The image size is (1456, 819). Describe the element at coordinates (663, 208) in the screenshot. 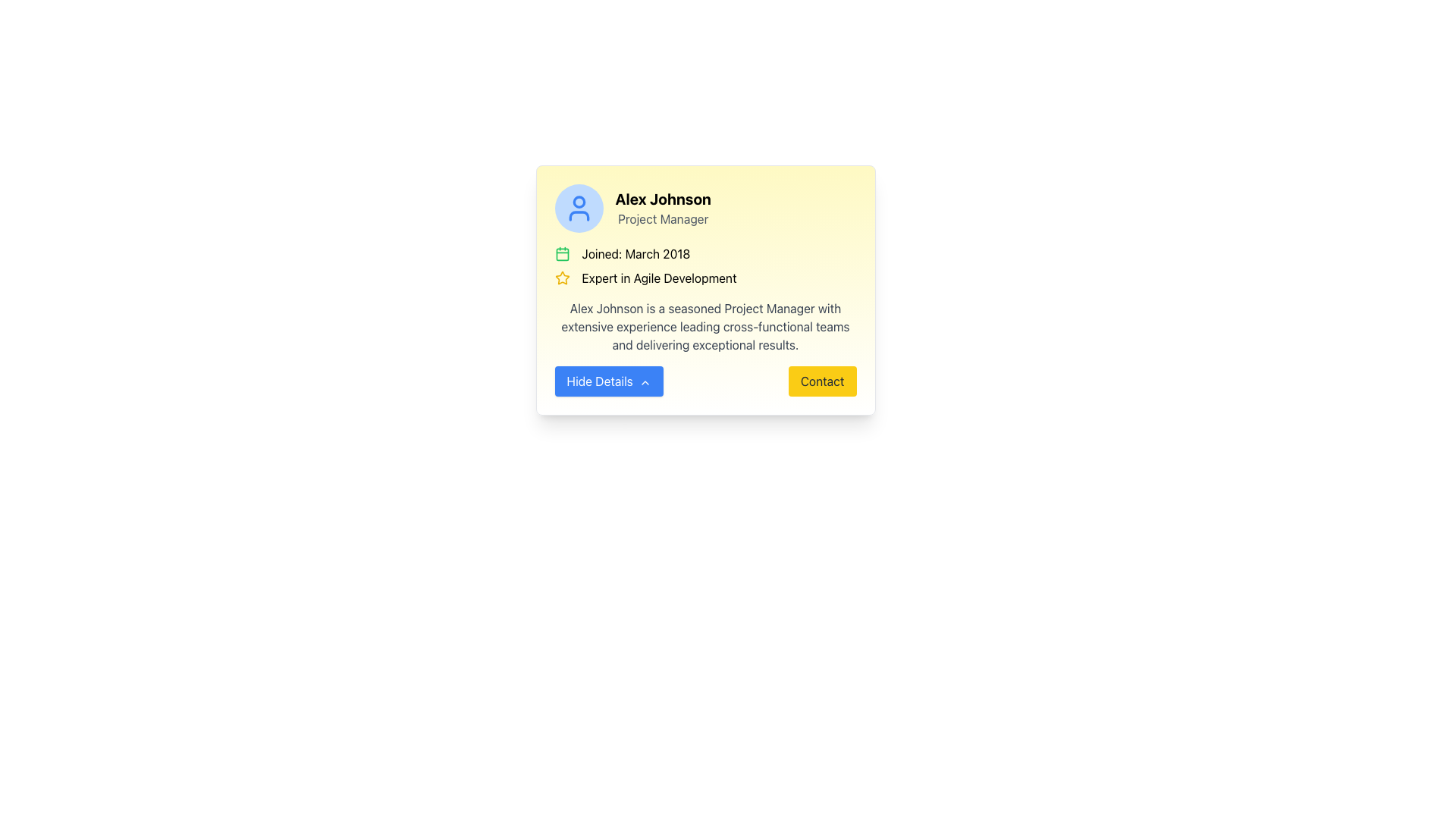

I see `the text block displaying 'Alex Johnson' and 'Project Manager' within the yellow card` at that location.